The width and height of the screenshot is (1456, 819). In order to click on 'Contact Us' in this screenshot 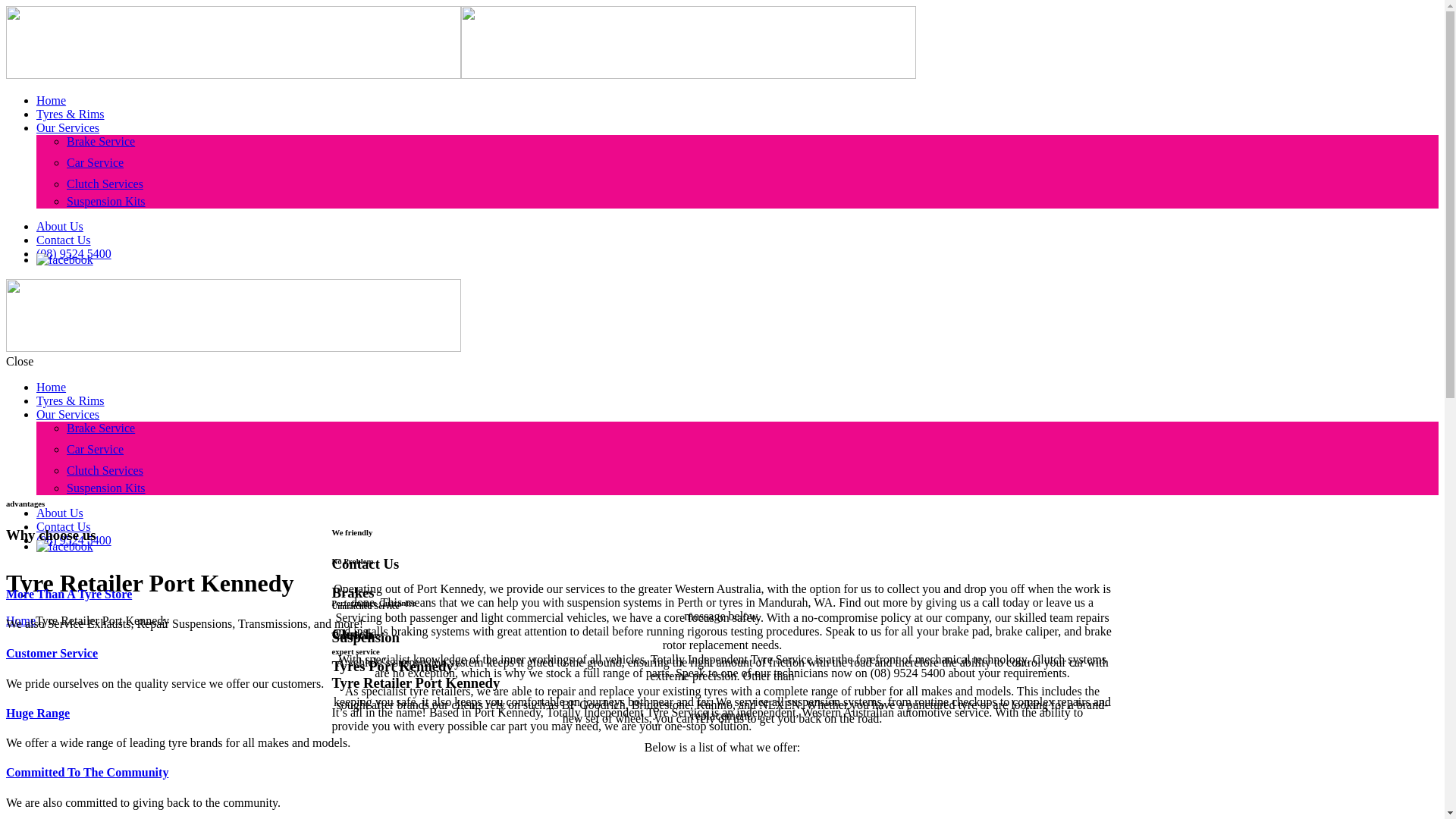, I will do `click(62, 239)`.